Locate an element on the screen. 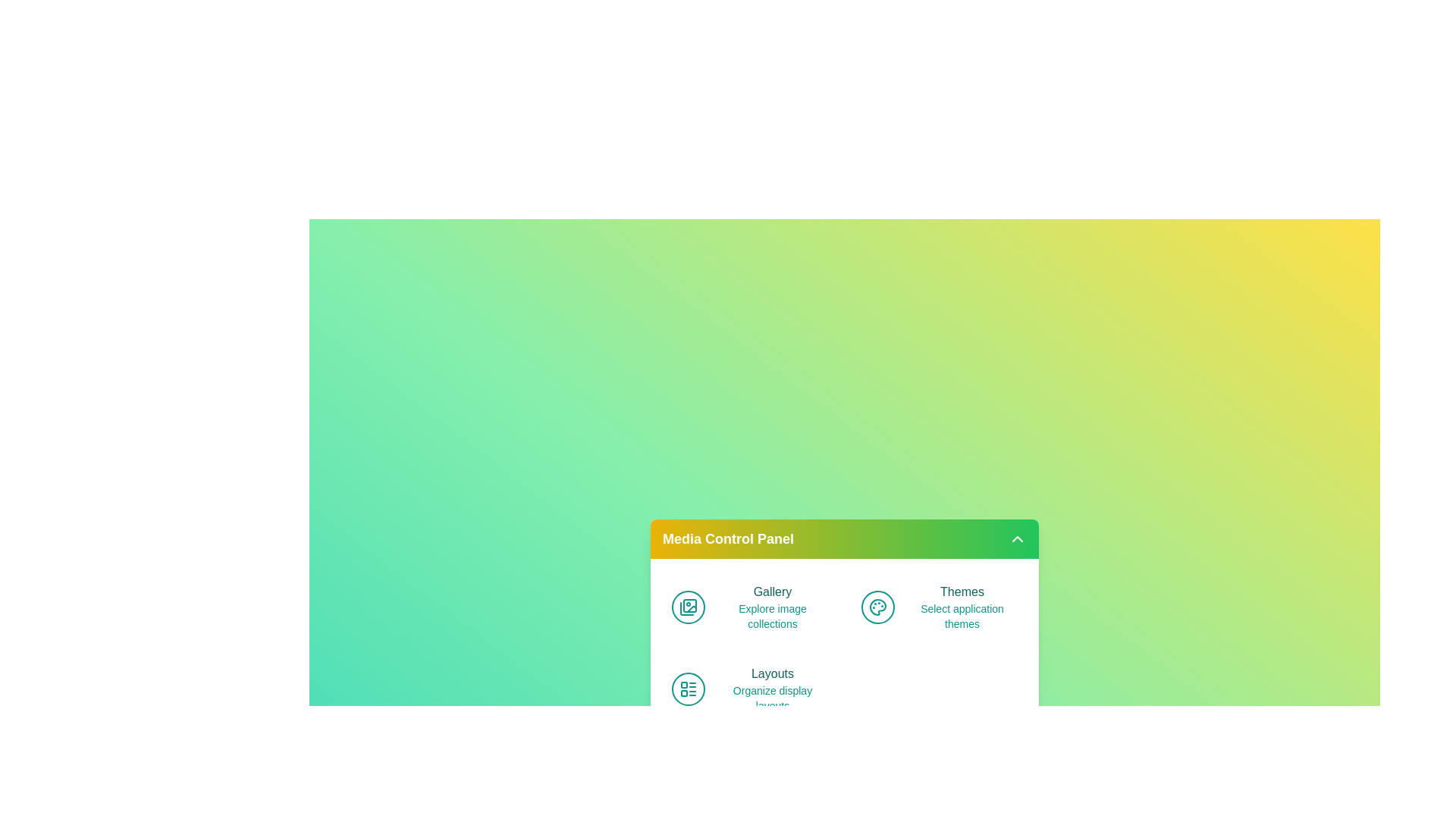  the icon associated with Gallery is located at coordinates (687, 607).